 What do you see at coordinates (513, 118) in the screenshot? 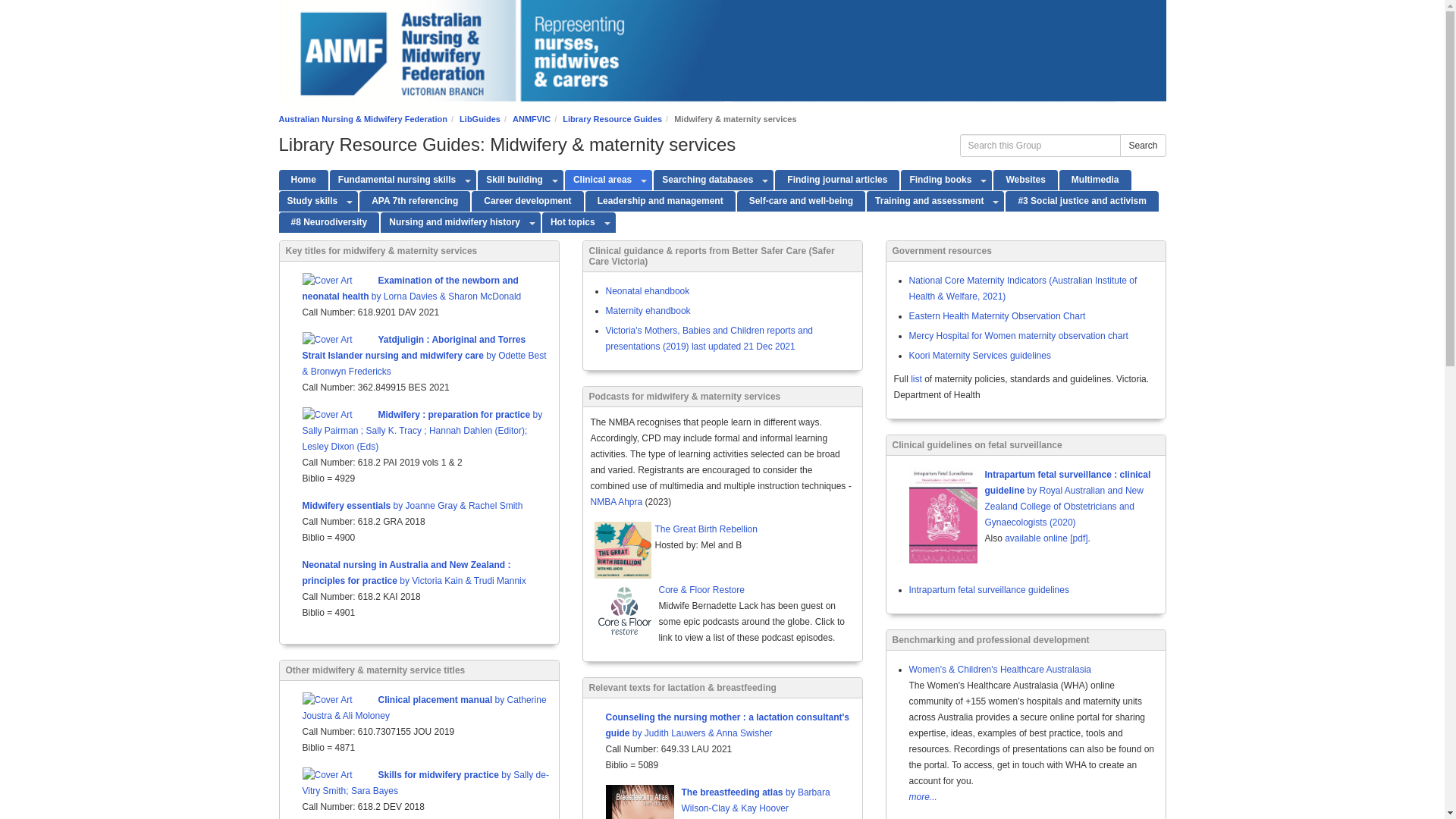
I see `'ANMFVIC'` at bounding box center [513, 118].